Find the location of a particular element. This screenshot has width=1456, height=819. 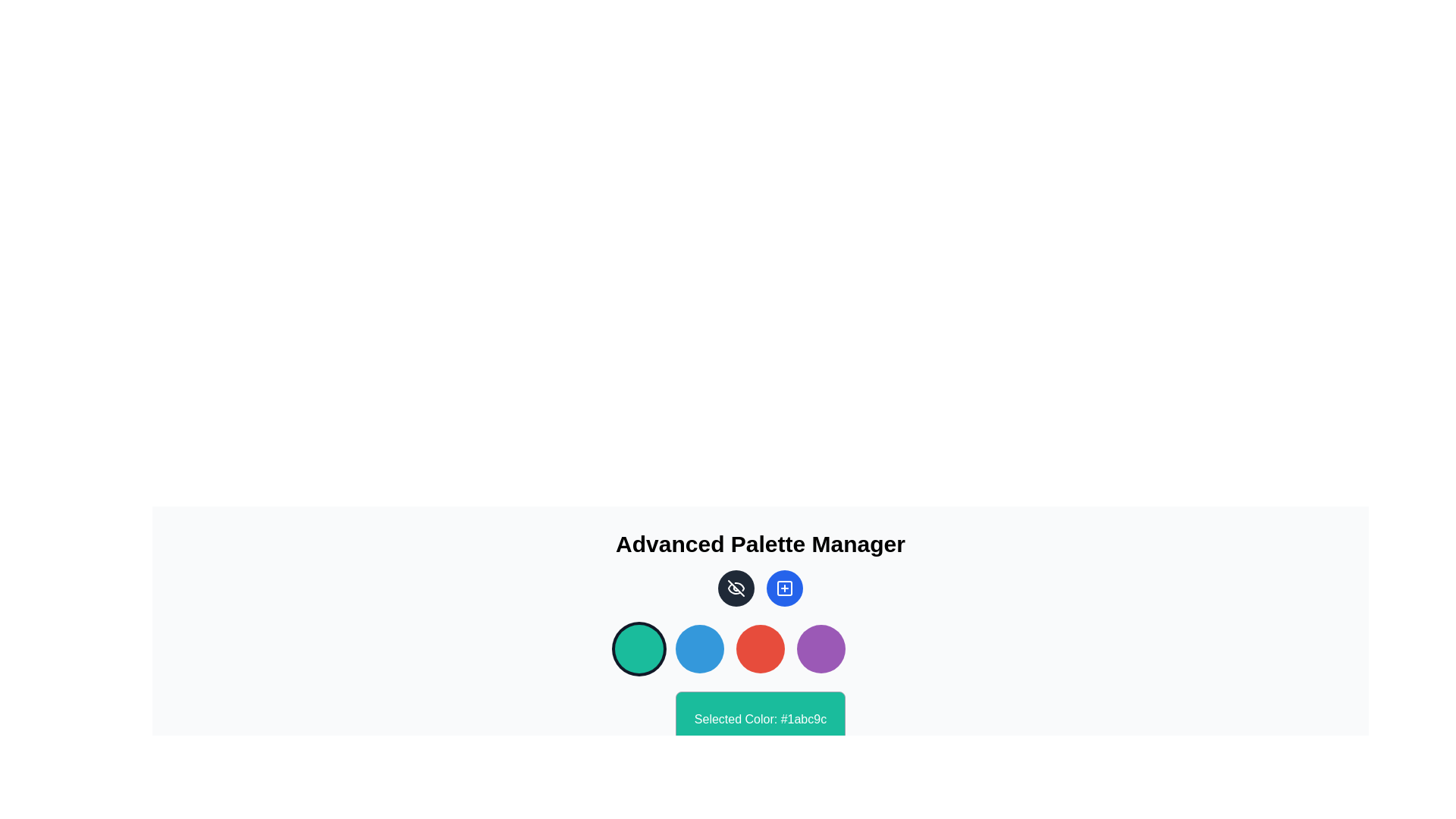

the third circular red icon is located at coordinates (761, 648).